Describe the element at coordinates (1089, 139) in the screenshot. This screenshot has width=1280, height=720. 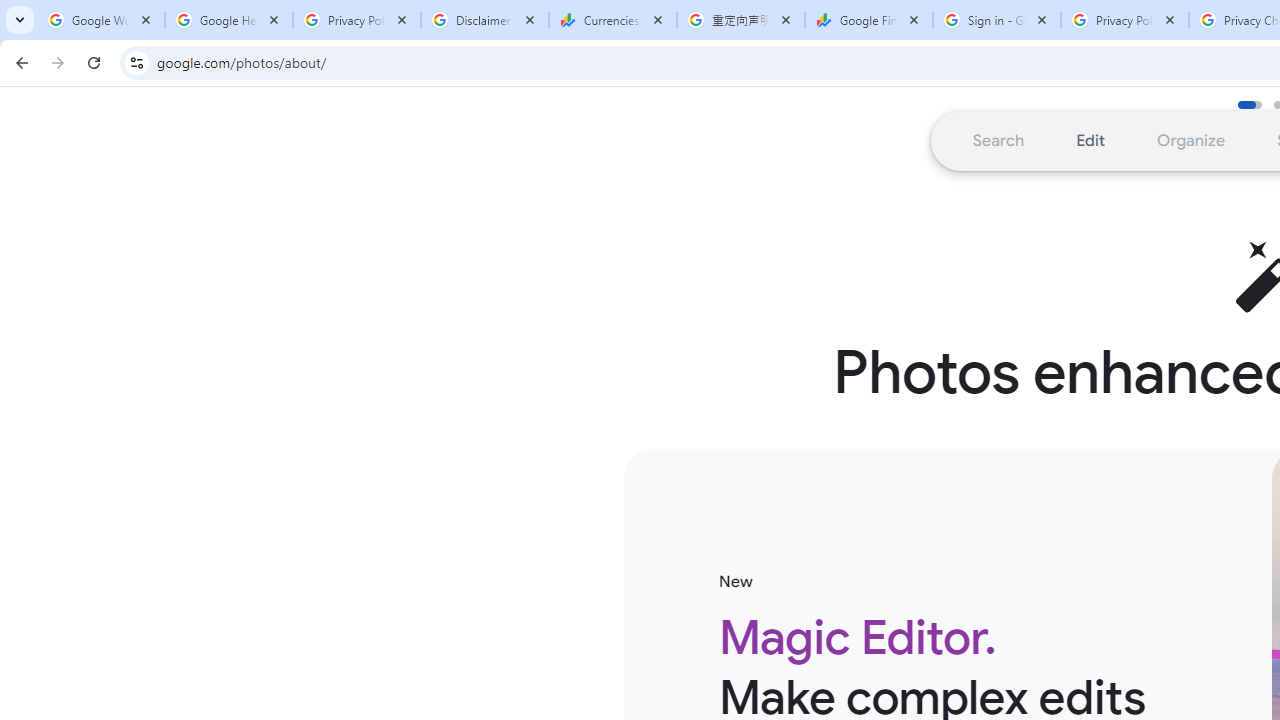
I see `'Go to section: Edit'` at that location.